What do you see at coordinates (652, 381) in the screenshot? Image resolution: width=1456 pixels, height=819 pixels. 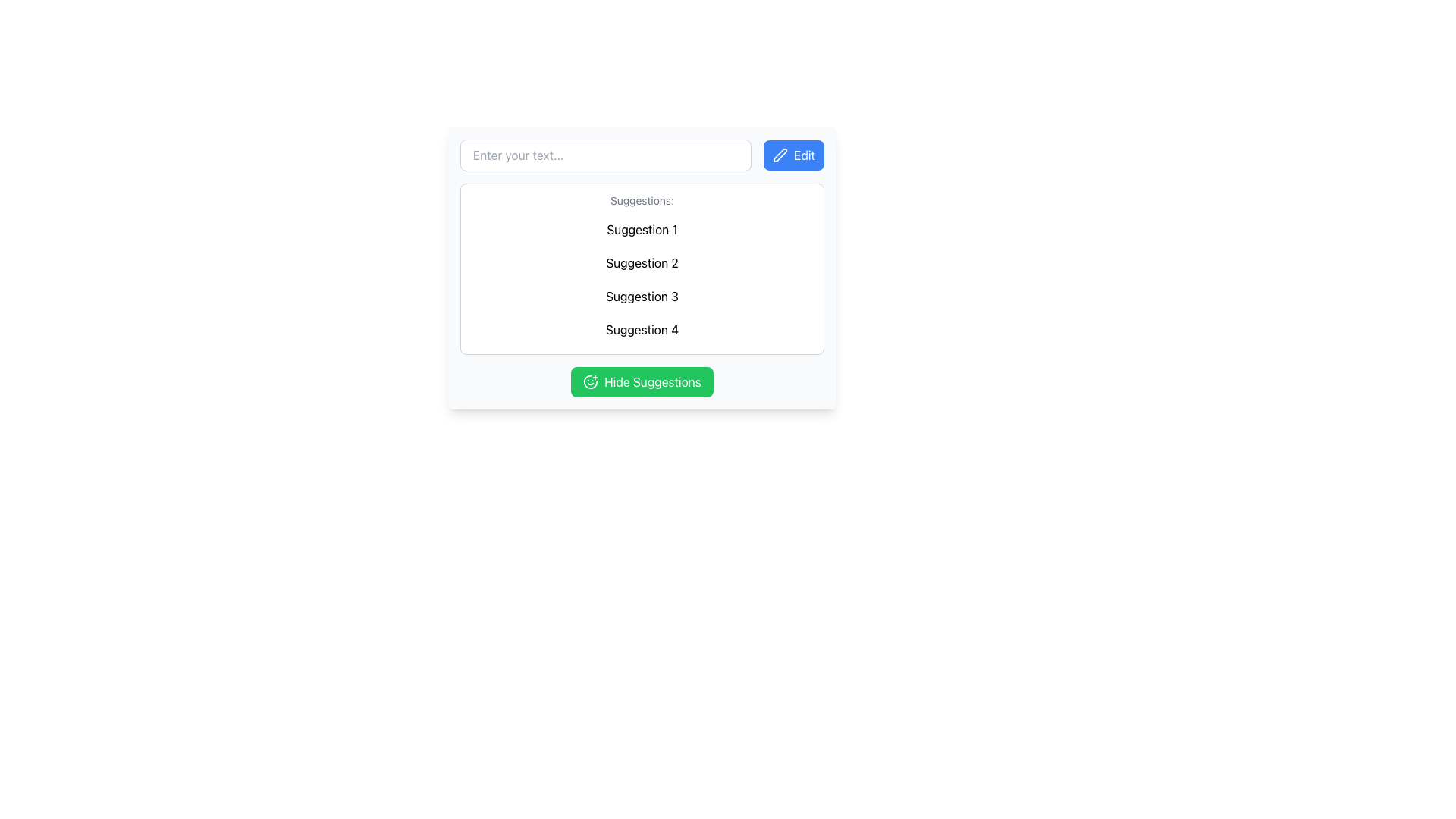 I see `the green button labeled 'Hide Suggestions' which is located at the bottom center of the interface` at bounding box center [652, 381].